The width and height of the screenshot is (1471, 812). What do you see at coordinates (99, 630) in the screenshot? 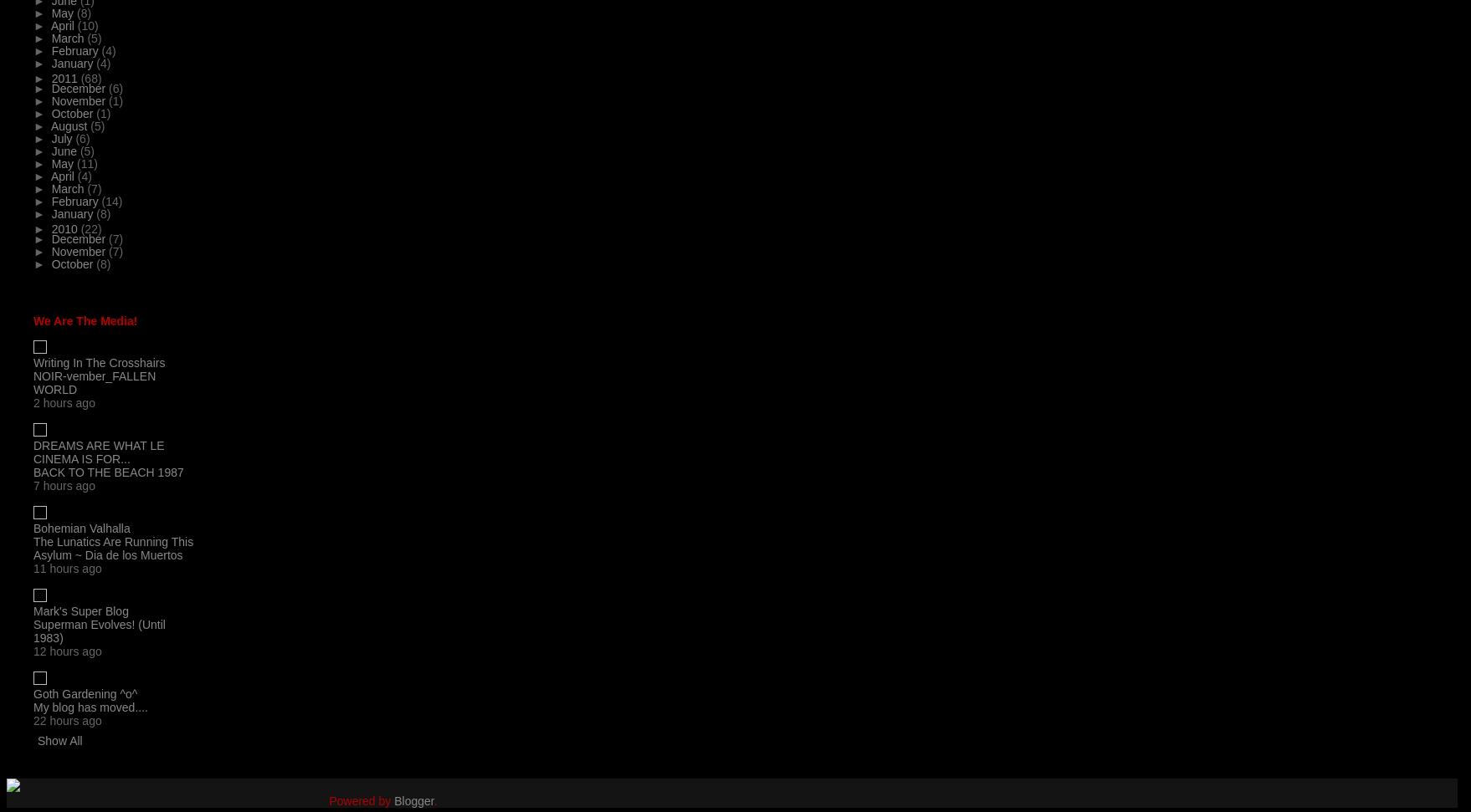
I see `'Superman Evolves! (Until 1983)'` at bounding box center [99, 630].